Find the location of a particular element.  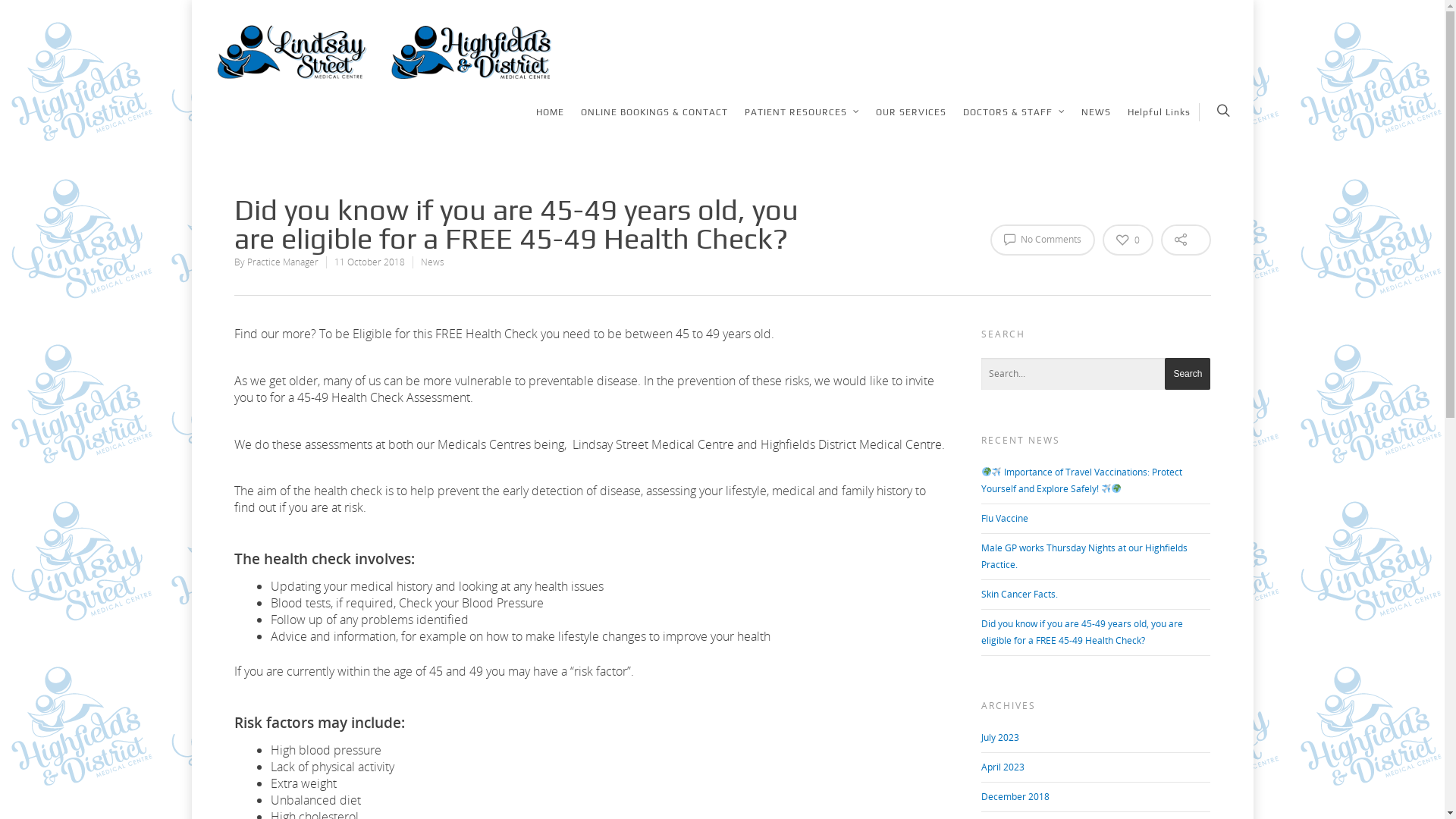

'ONLINE BOOKINGS & CONTACT' is located at coordinates (654, 122).